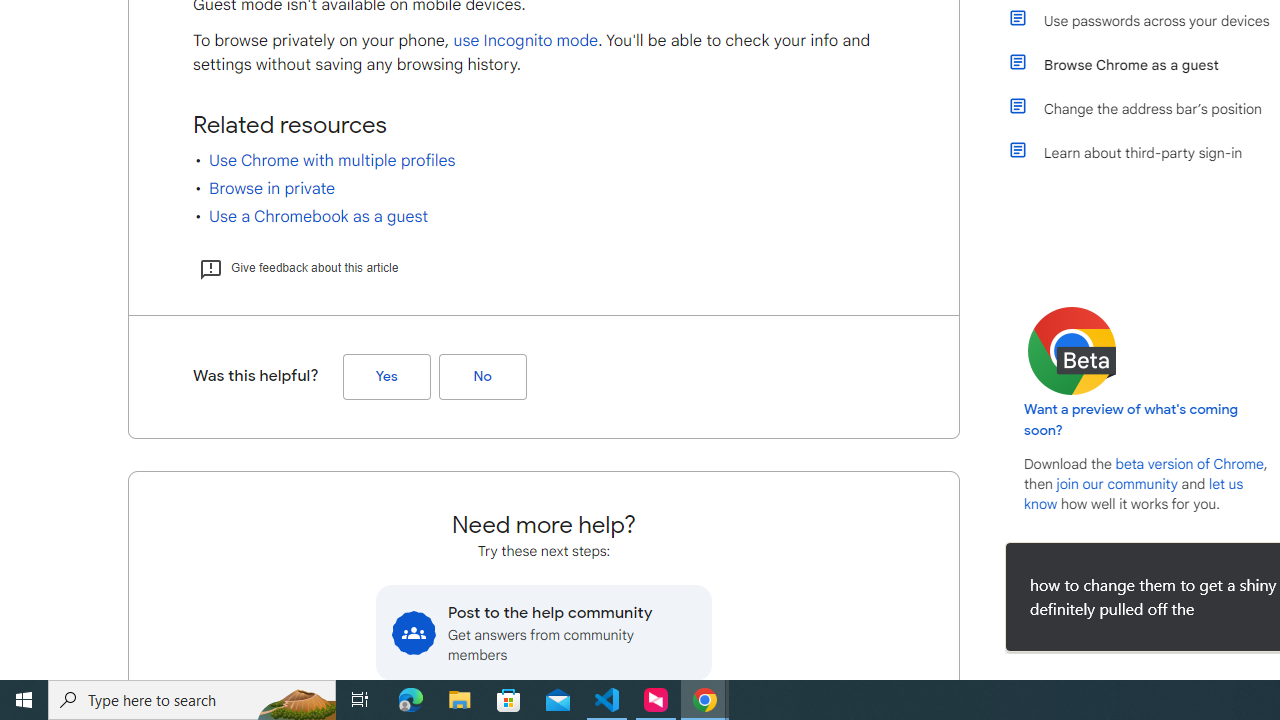 This screenshot has width=1280, height=720. What do you see at coordinates (1131, 419) in the screenshot?
I see `'Want a preview of what'` at bounding box center [1131, 419].